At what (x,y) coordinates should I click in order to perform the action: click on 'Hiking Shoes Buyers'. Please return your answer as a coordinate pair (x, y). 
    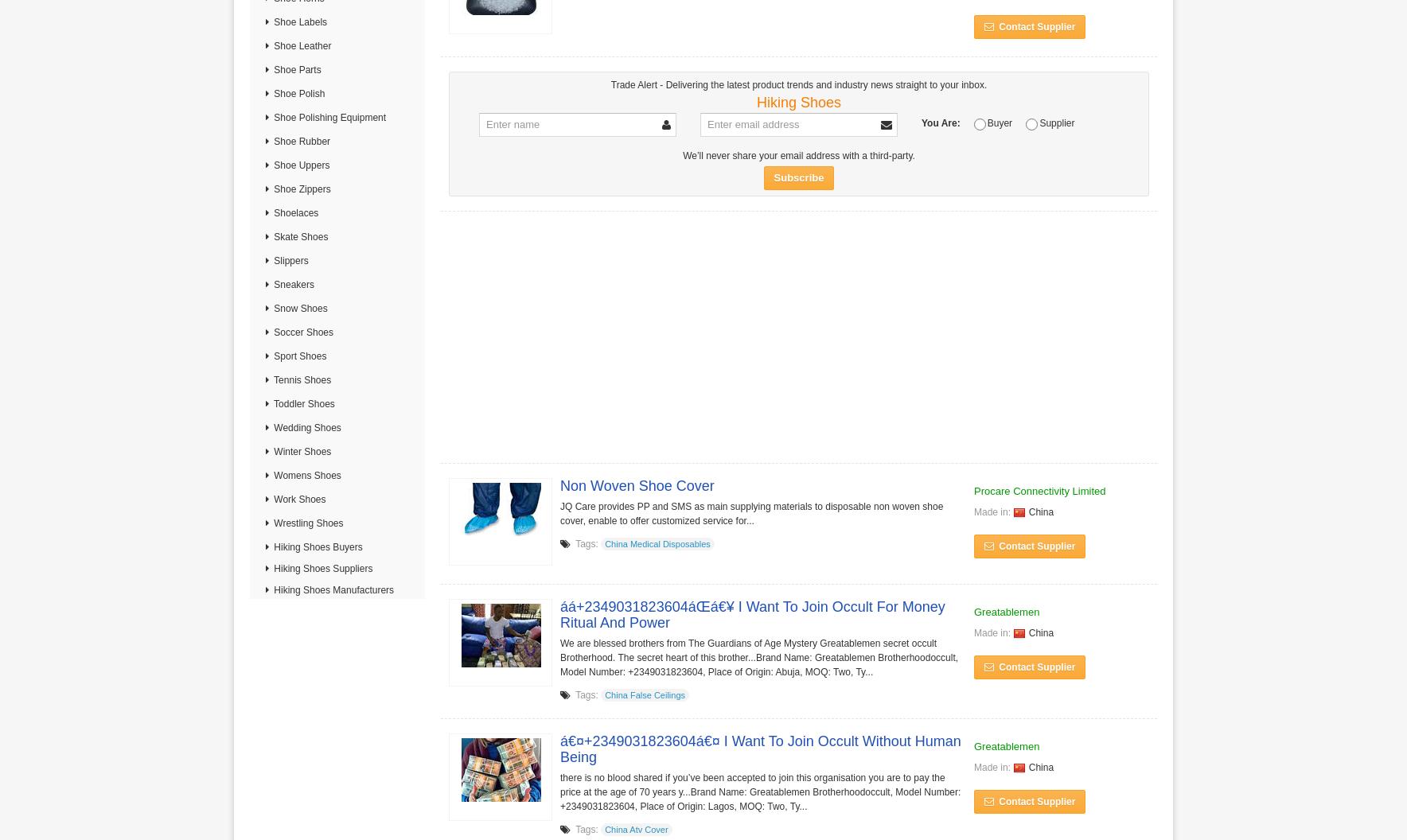
    Looking at the image, I should click on (316, 546).